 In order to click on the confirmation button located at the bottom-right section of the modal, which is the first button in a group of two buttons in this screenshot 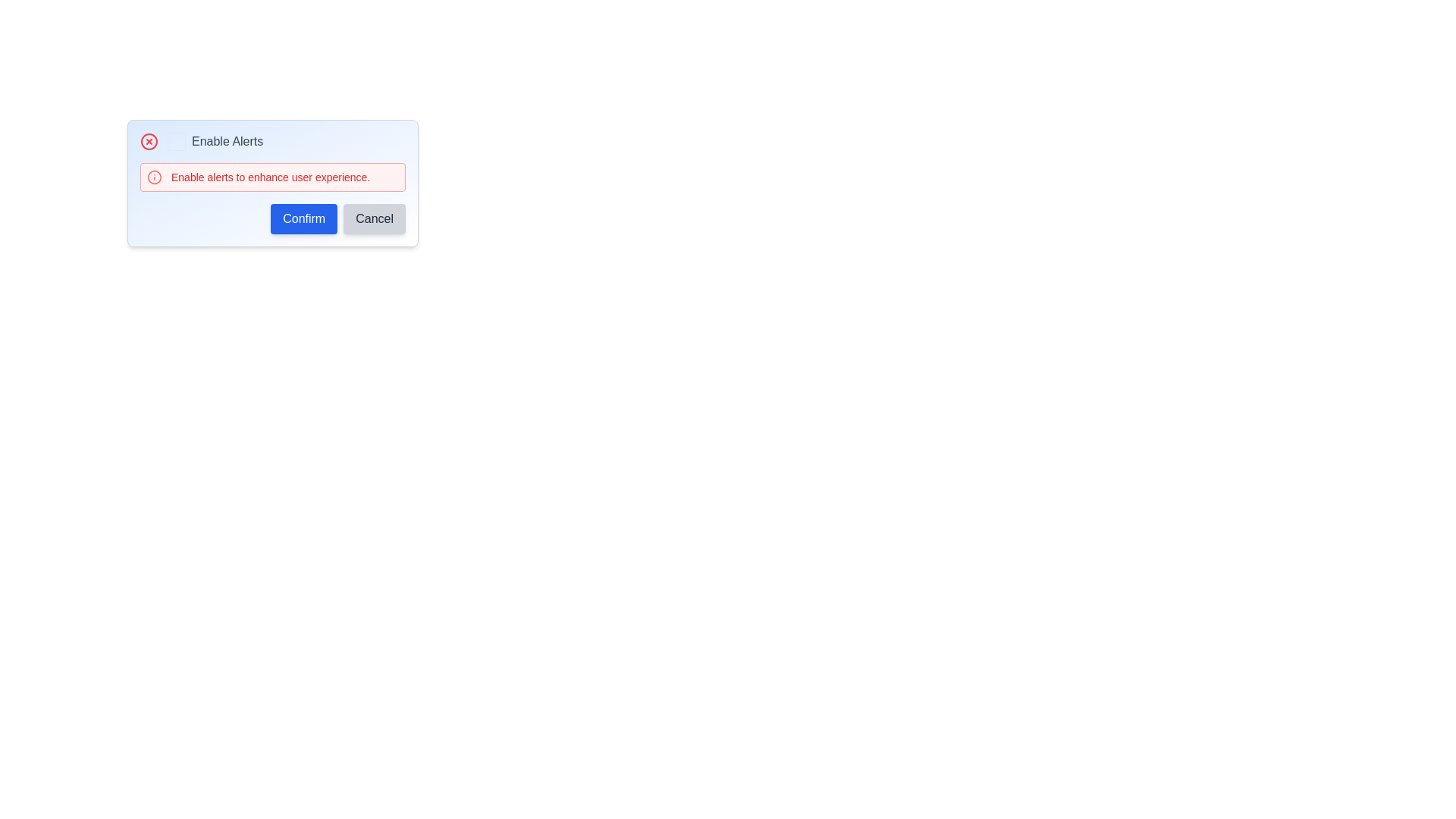, I will do `click(303, 219)`.